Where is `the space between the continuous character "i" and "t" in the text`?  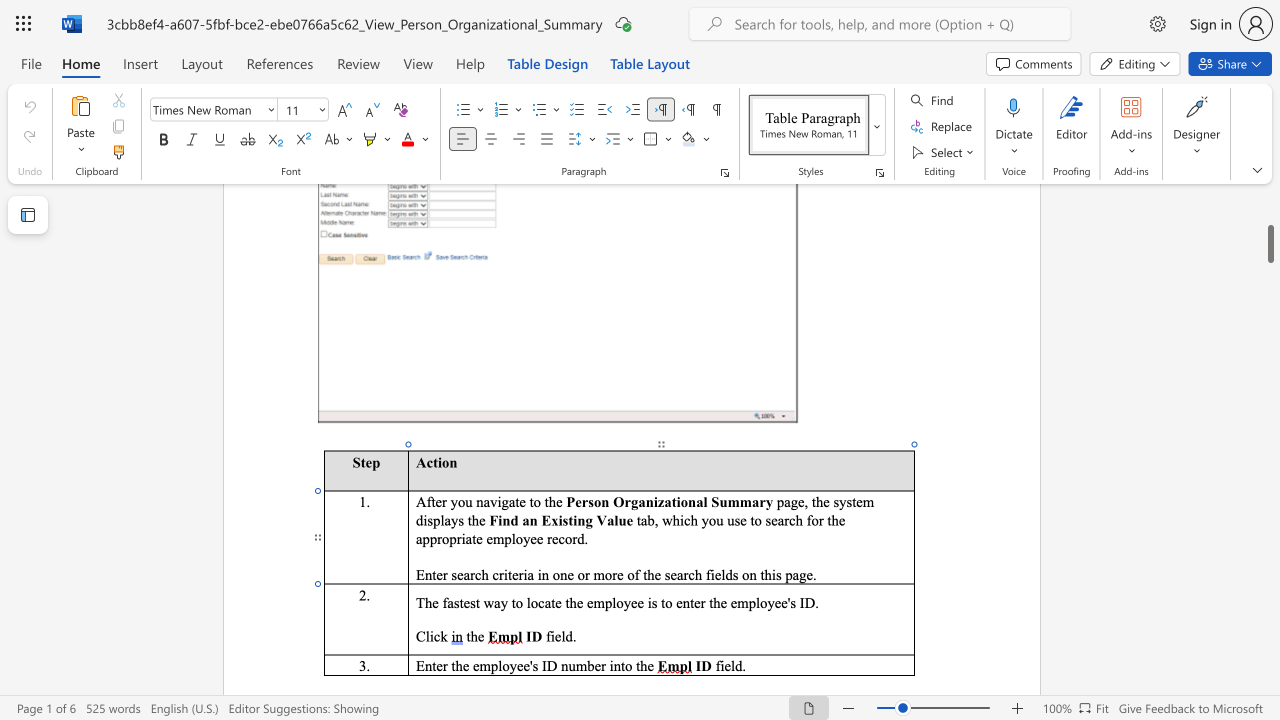
the space between the continuous character "i" and "t" in the text is located at coordinates (508, 574).